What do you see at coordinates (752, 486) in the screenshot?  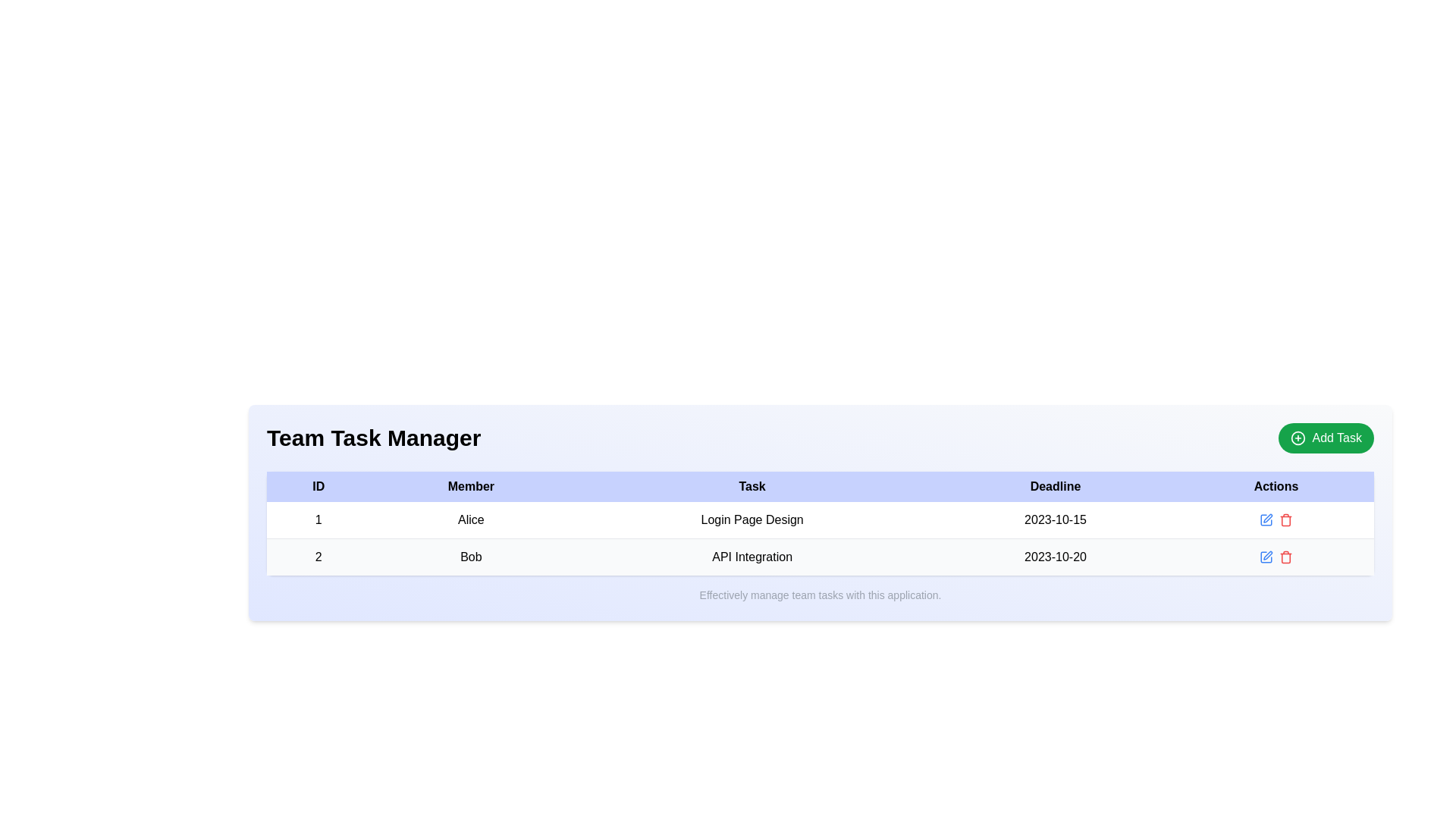 I see `the text label displaying 'Task' in black font, which is centered within a light blue rectangular background in the header row of the Team Task Manager table` at bounding box center [752, 486].